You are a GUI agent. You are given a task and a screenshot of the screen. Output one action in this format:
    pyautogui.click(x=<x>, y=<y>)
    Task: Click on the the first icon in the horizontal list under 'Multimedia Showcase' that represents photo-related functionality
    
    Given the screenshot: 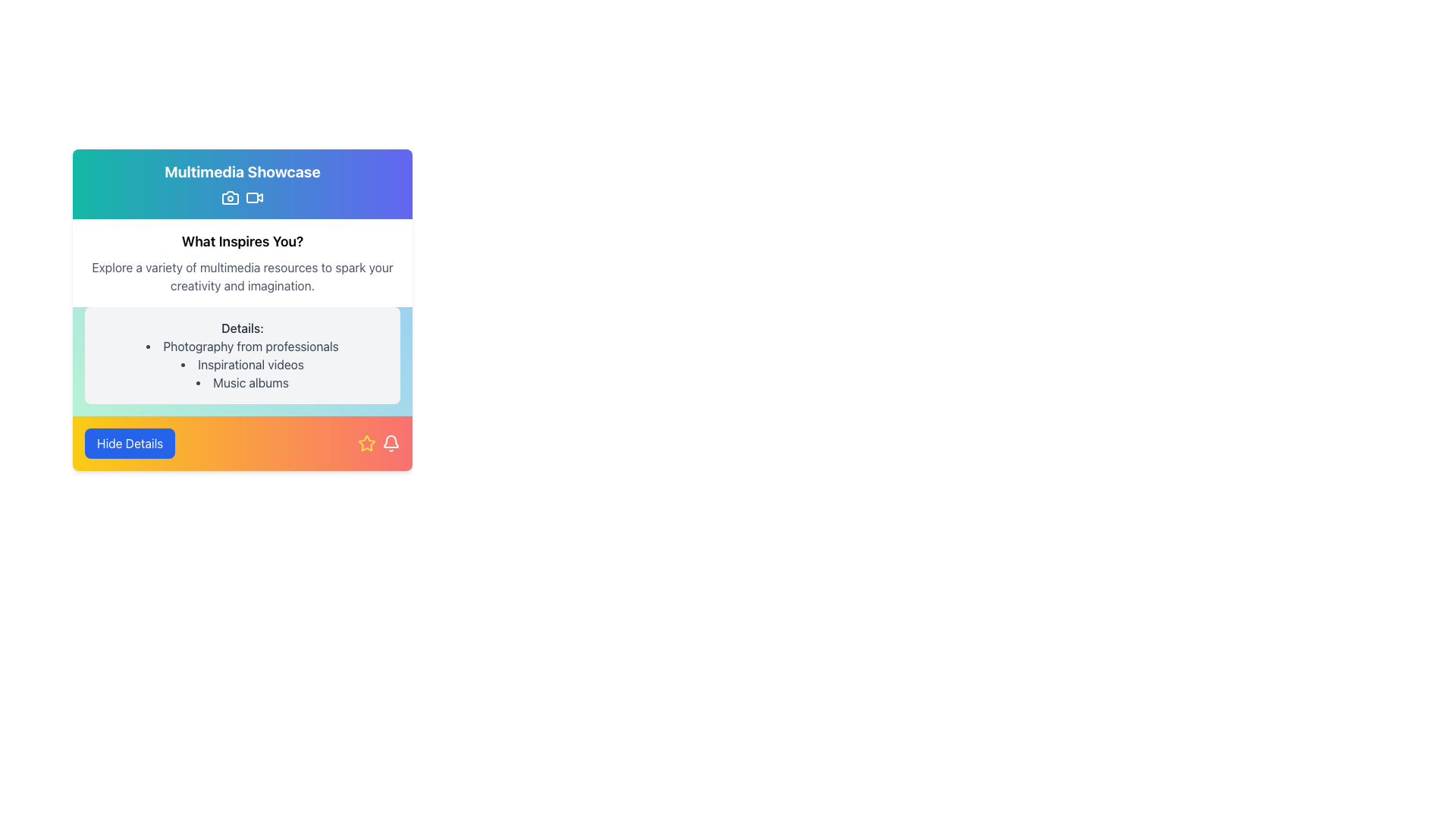 What is the action you would take?
    pyautogui.click(x=229, y=197)
    